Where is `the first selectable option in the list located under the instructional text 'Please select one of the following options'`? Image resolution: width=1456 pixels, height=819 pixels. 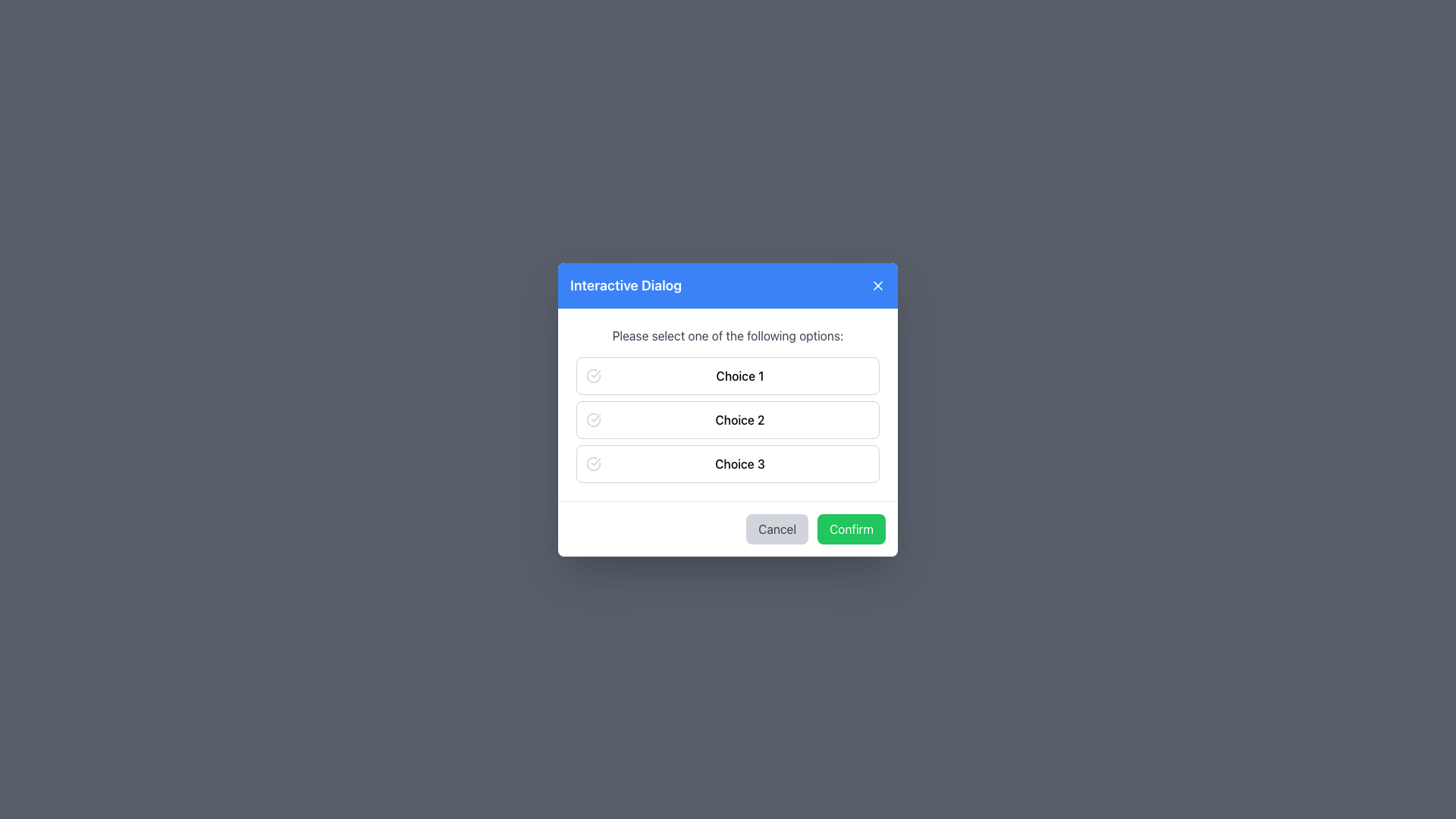 the first selectable option in the list located under the instructional text 'Please select one of the following options' is located at coordinates (728, 375).